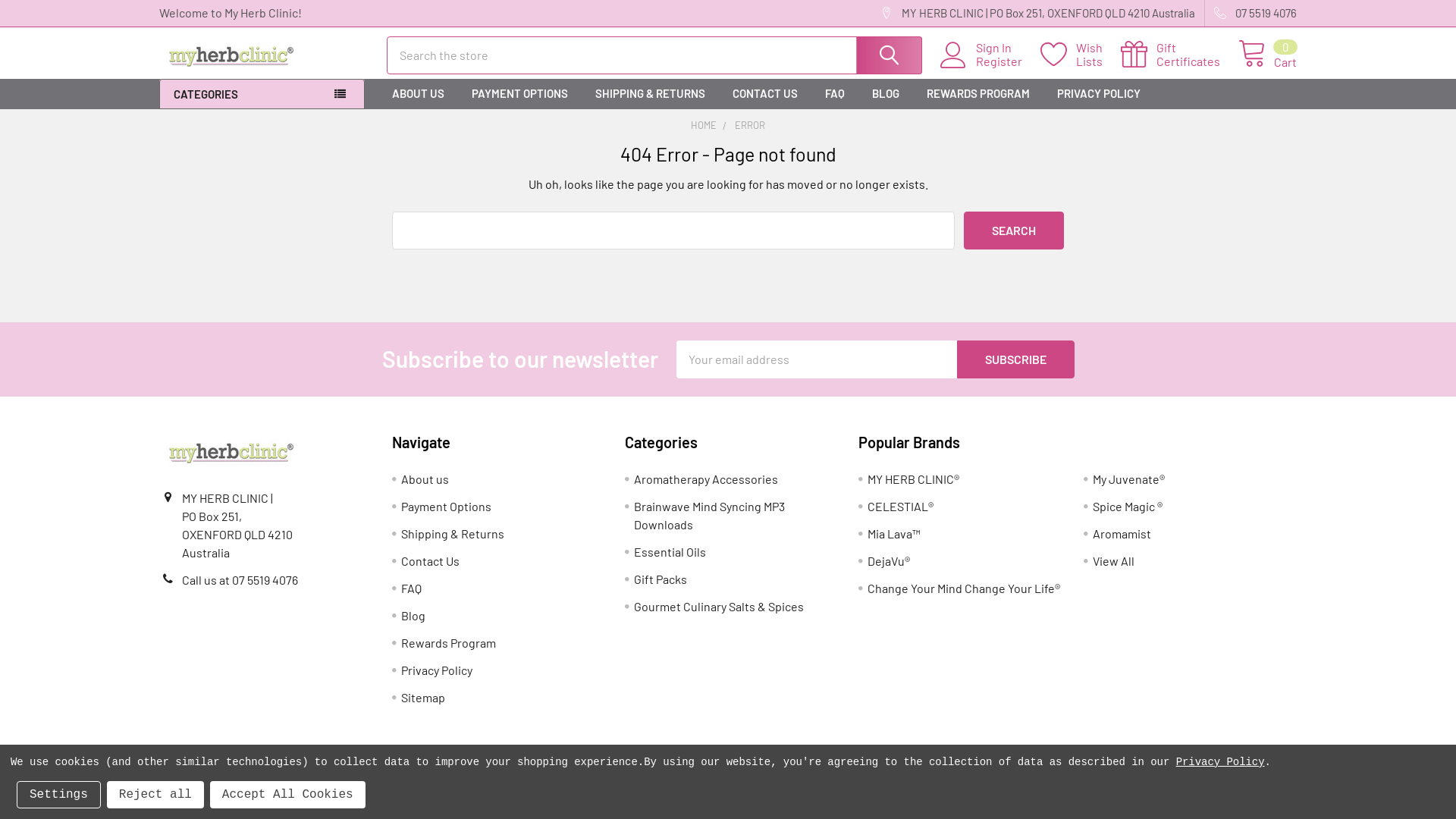 Image resolution: width=1456 pixels, height=819 pixels. I want to click on 'PAYMENT OPTIONS', so click(519, 93).